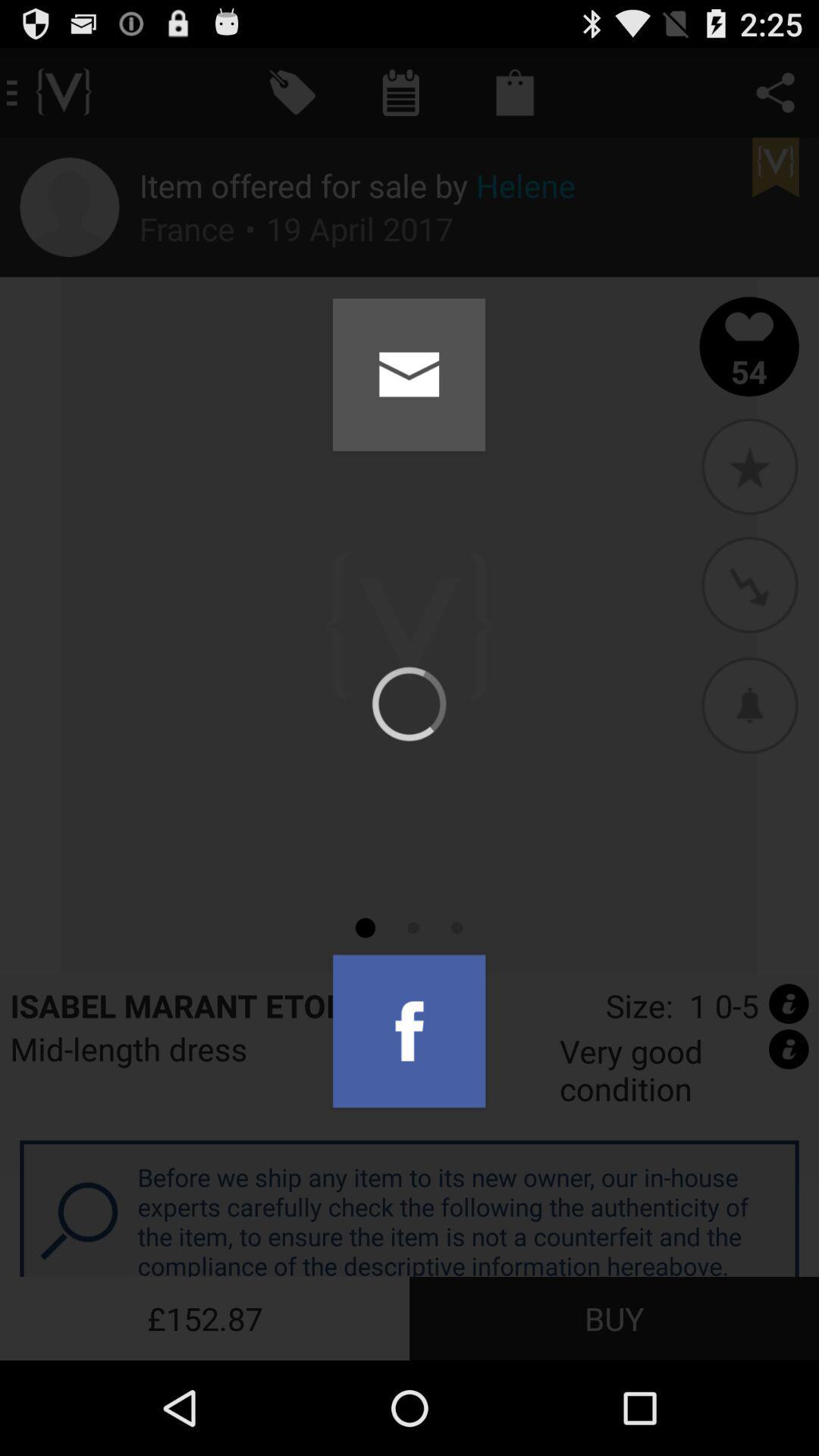 Image resolution: width=819 pixels, height=1456 pixels. Describe the element at coordinates (69, 206) in the screenshot. I see `icon next to the item offered for icon` at that location.